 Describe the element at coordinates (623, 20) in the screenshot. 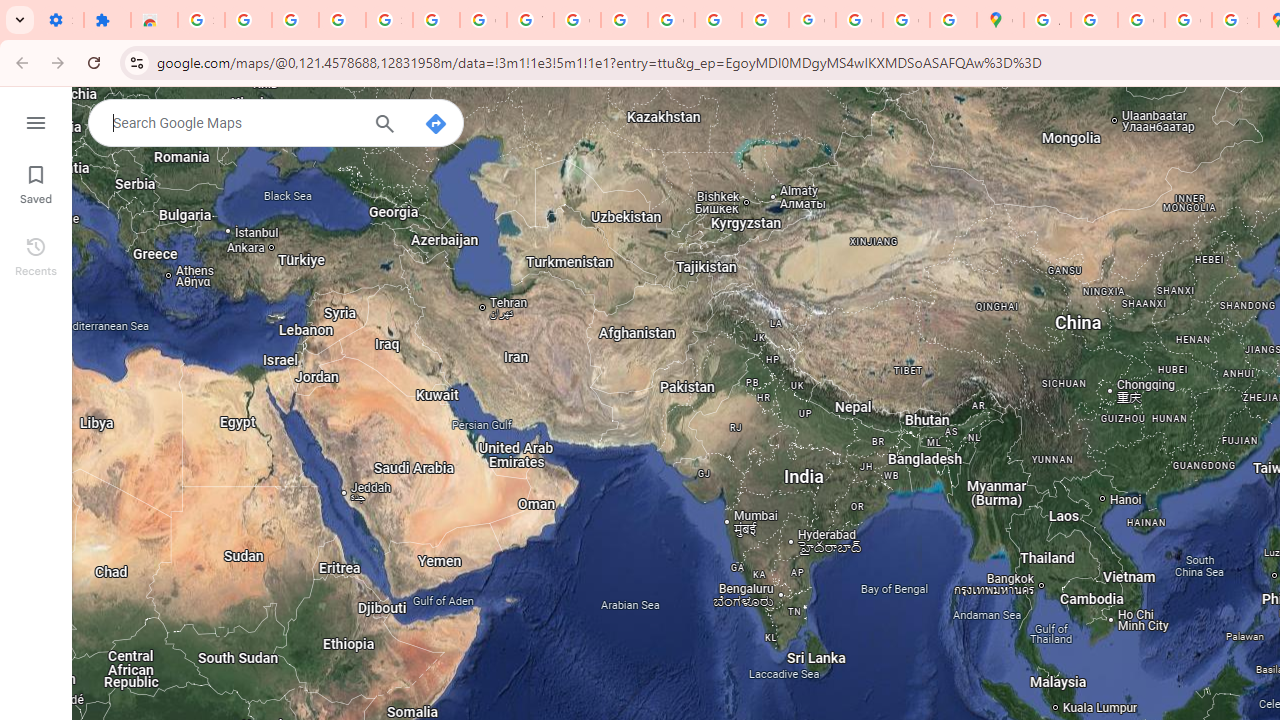

I see `'https://scholar.google.com/'` at that location.